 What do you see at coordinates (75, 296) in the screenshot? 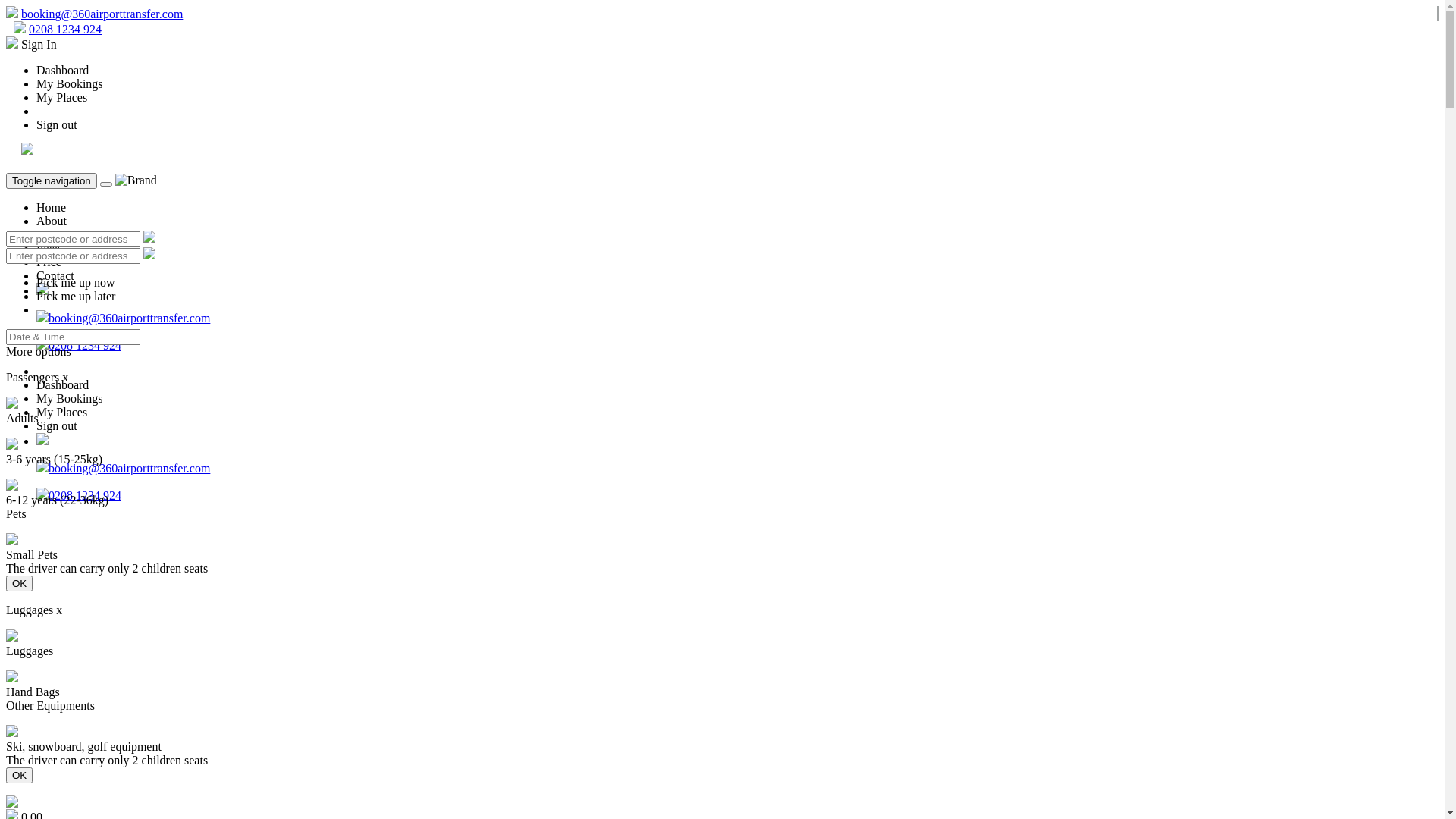
I see `'Pick me up later'` at bounding box center [75, 296].